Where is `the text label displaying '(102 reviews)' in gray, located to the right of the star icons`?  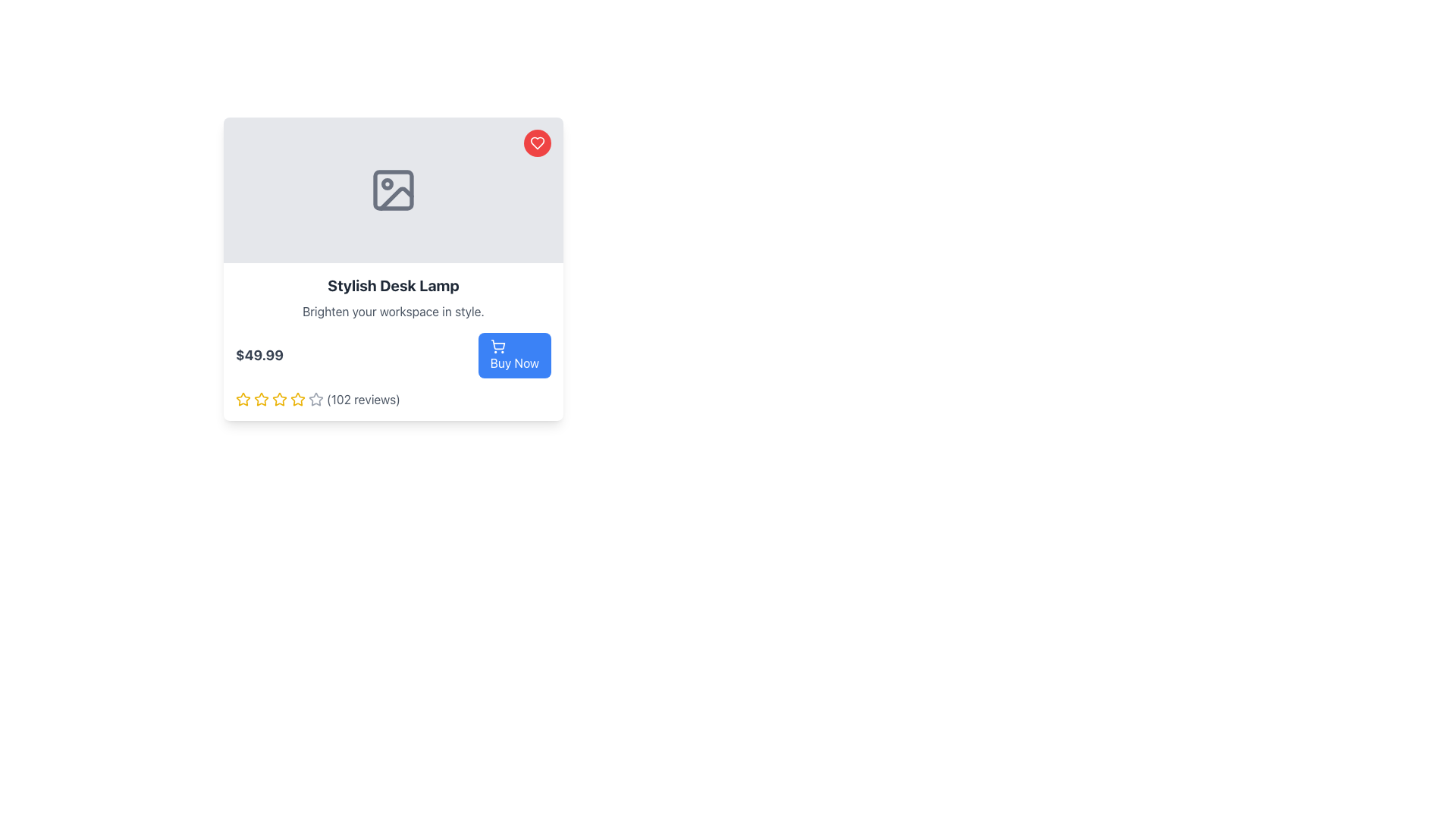 the text label displaying '(102 reviews)' in gray, located to the right of the star icons is located at coordinates (362, 399).